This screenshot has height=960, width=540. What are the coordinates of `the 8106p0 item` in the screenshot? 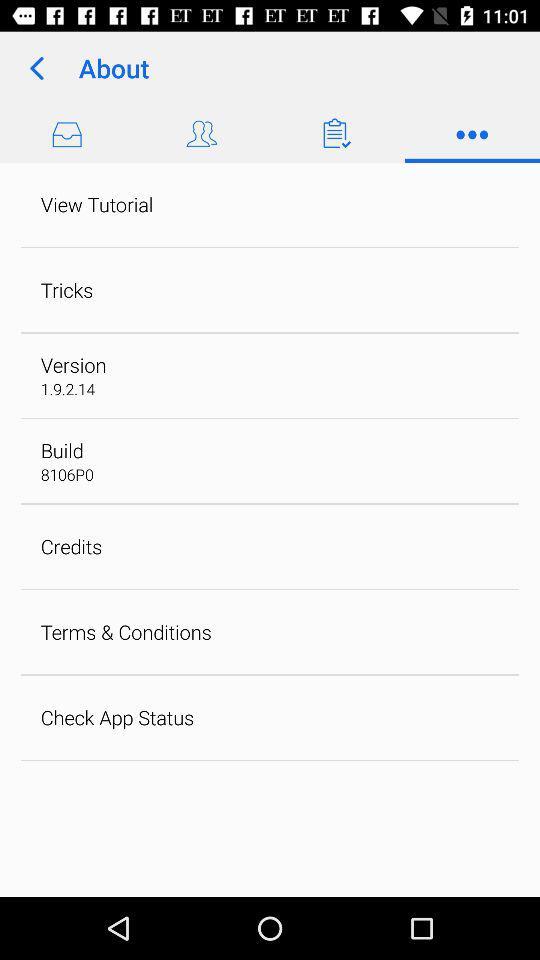 It's located at (67, 474).